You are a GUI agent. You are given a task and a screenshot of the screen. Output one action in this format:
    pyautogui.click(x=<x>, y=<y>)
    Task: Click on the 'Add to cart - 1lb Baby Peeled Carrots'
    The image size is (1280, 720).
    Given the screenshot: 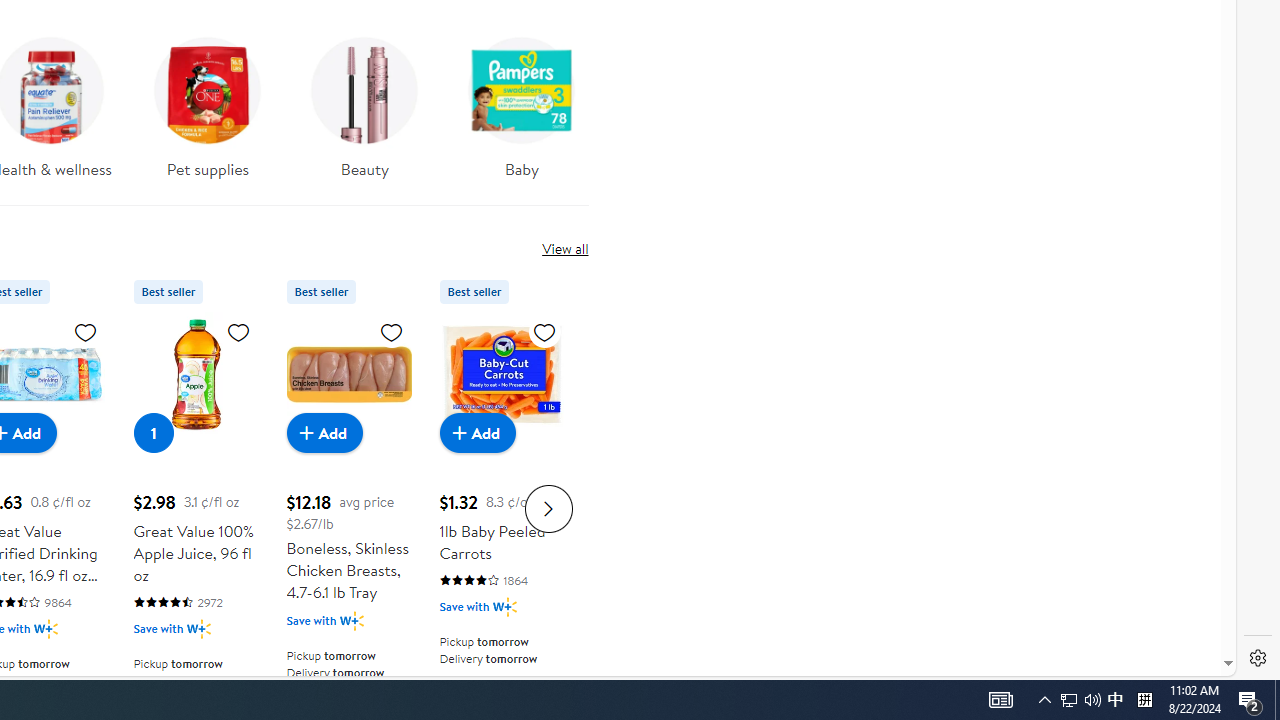 What is the action you would take?
    pyautogui.click(x=477, y=431)
    